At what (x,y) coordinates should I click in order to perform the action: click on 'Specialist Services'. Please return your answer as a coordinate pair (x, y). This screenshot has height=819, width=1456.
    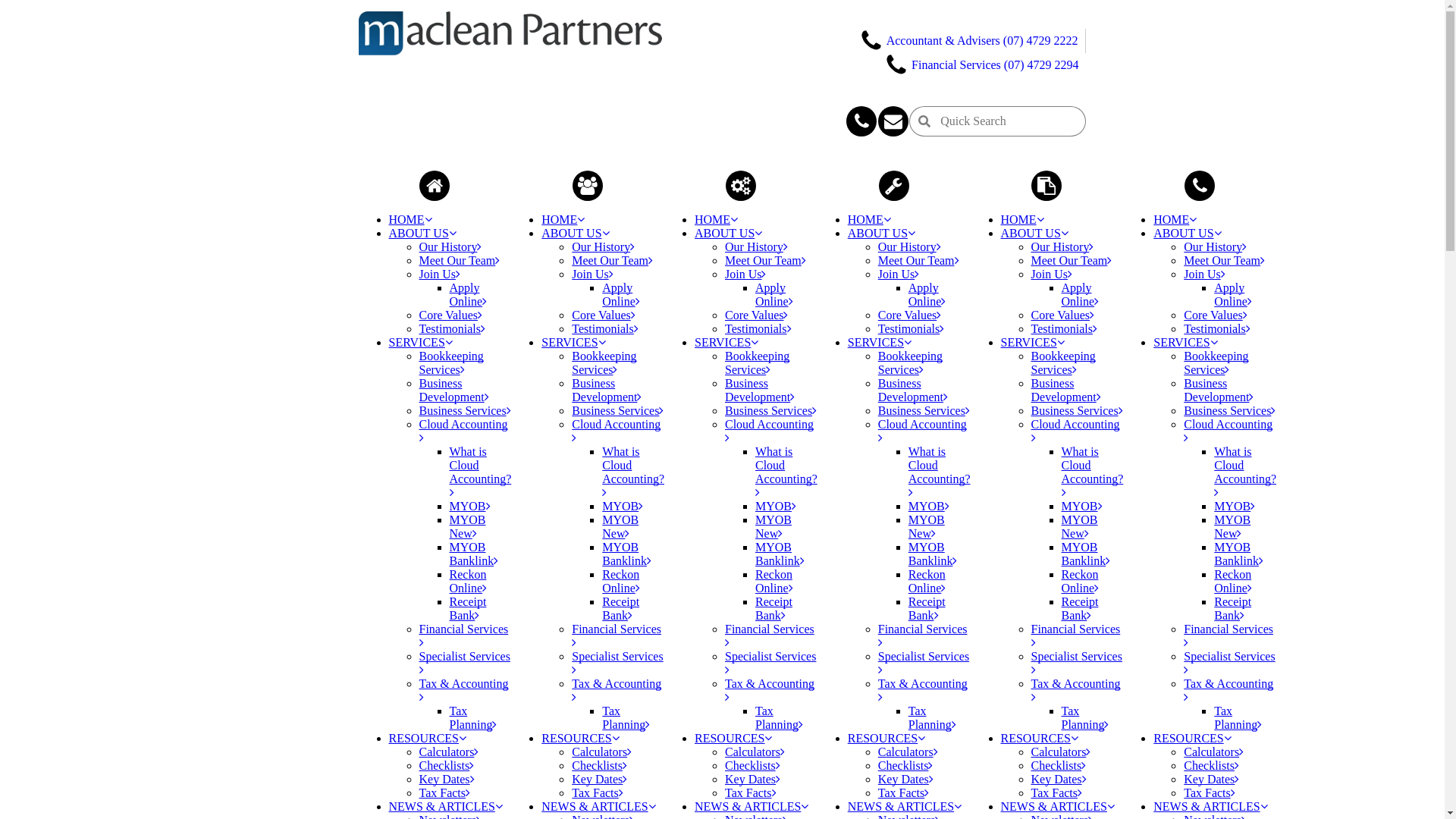
    Looking at the image, I should click on (923, 662).